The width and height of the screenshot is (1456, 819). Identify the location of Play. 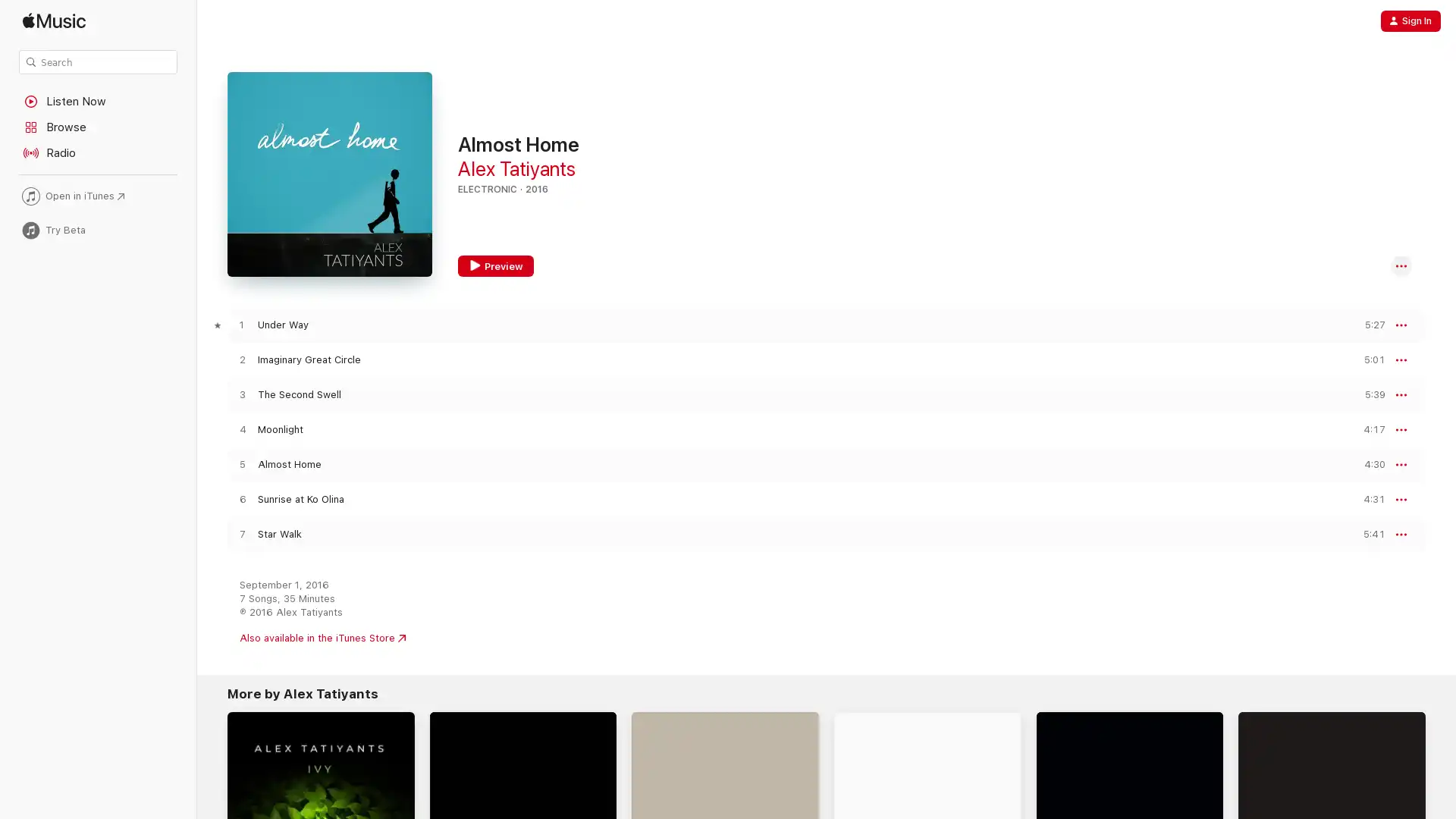
(241, 394).